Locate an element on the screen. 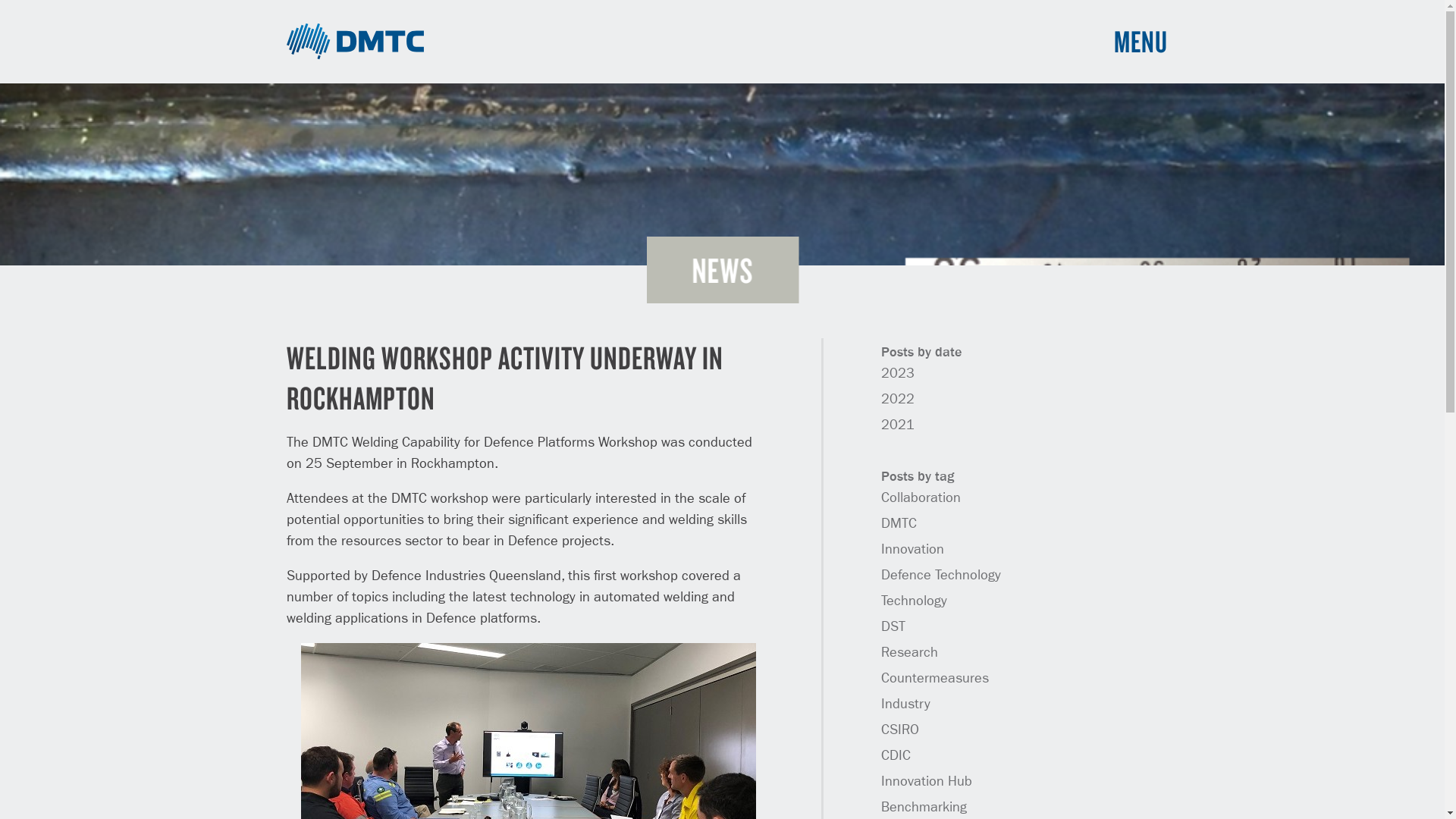 Image resolution: width=1456 pixels, height=819 pixels. 'Research' is located at coordinates (909, 651).